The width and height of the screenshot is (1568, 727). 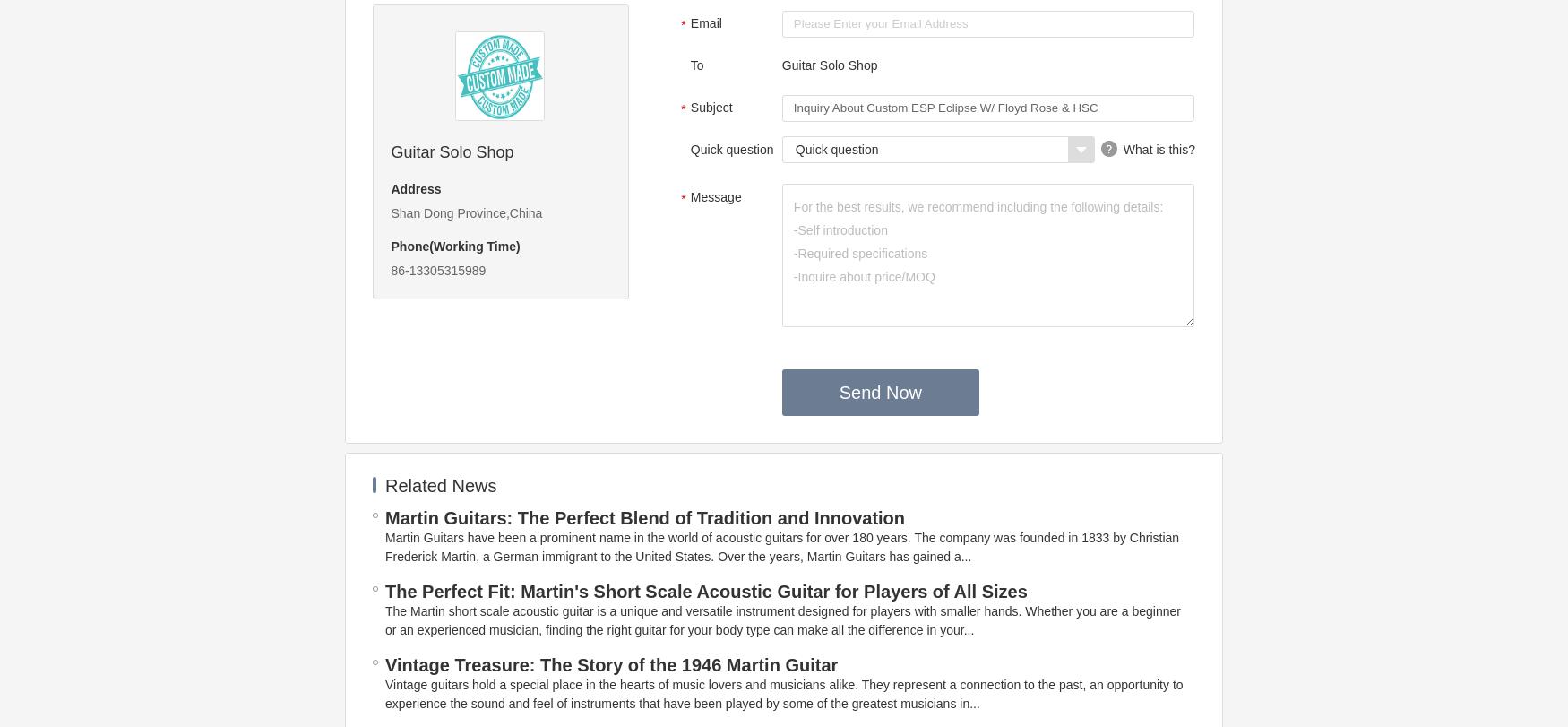 What do you see at coordinates (782, 546) in the screenshot?
I see `'Martin Guitars   have been a prominent name in the world of acoustic guitars for over 180 years. The company was founded in 1833 by Christian Frederick Martin, a German immigrant to the United States. Over the years, Martin Guitars has gained a...'` at bounding box center [782, 546].